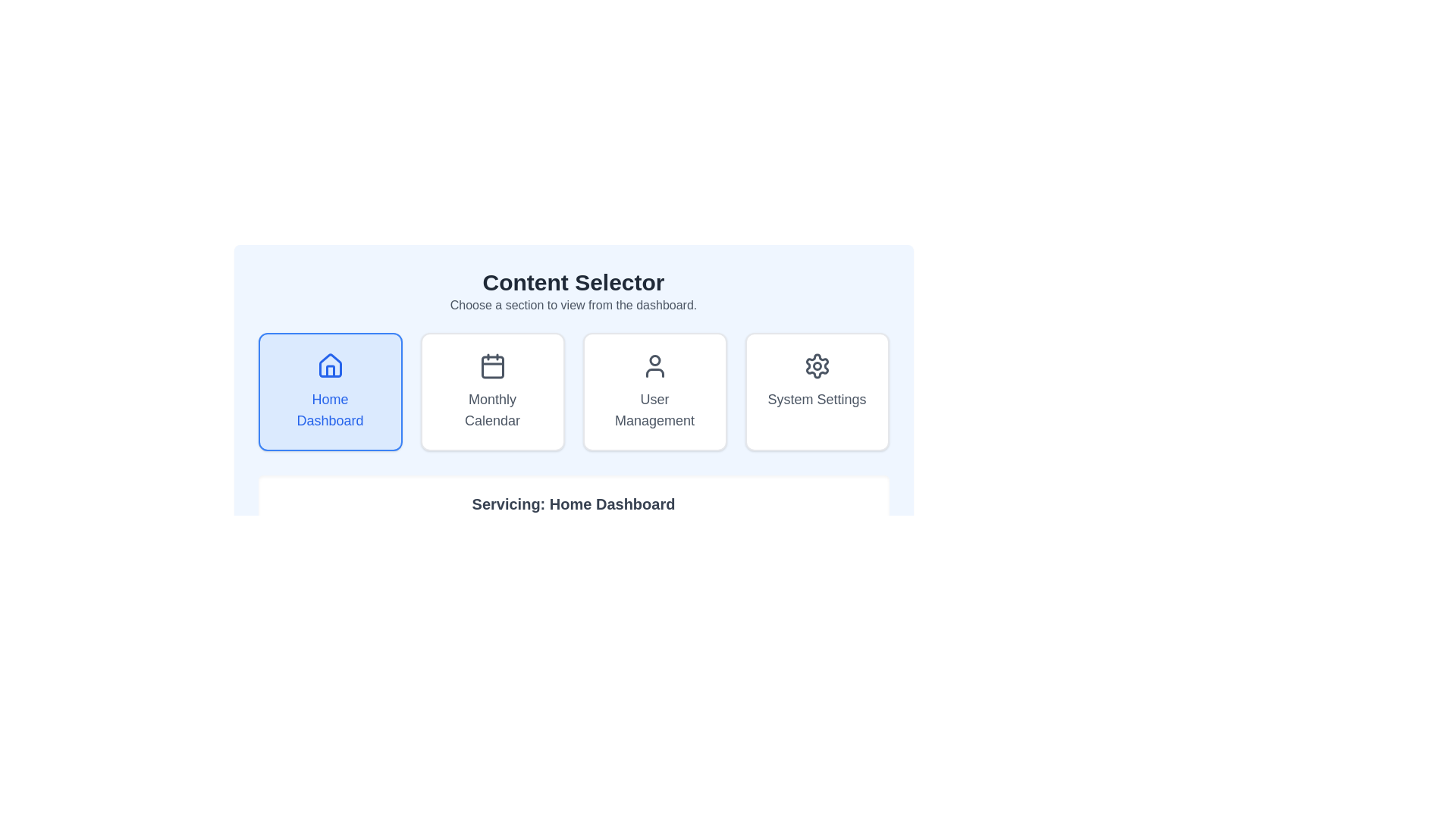  Describe the element at coordinates (816, 391) in the screenshot. I see `the 'System Settings' interactive card located in the fourth column of the grid layout by clicking on it to indicate selection` at that location.